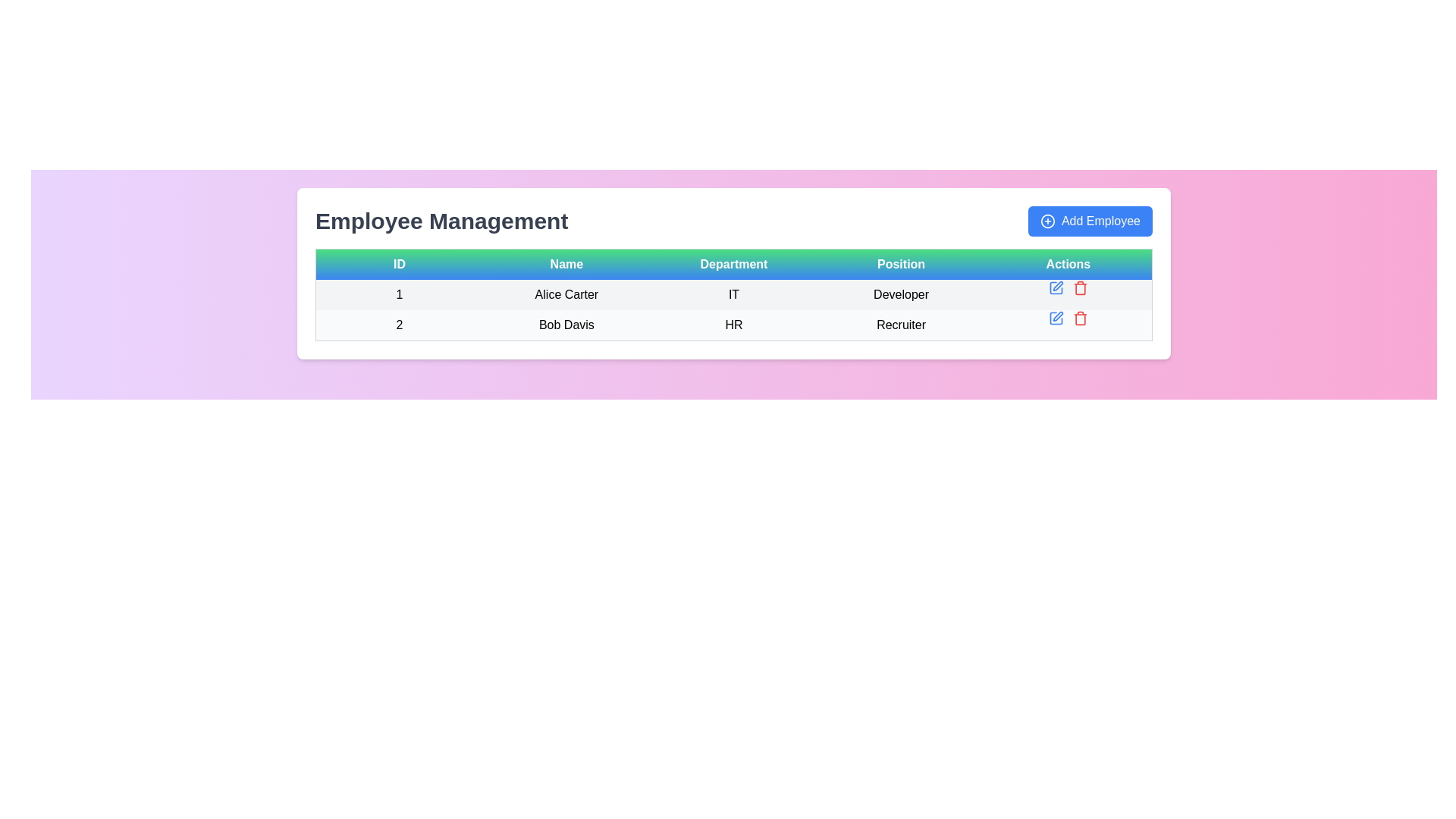 The width and height of the screenshot is (1456, 819). Describe the element at coordinates (1080, 288) in the screenshot. I see `the delete icon located in the 'Actions' column of the first row of the table` at that location.